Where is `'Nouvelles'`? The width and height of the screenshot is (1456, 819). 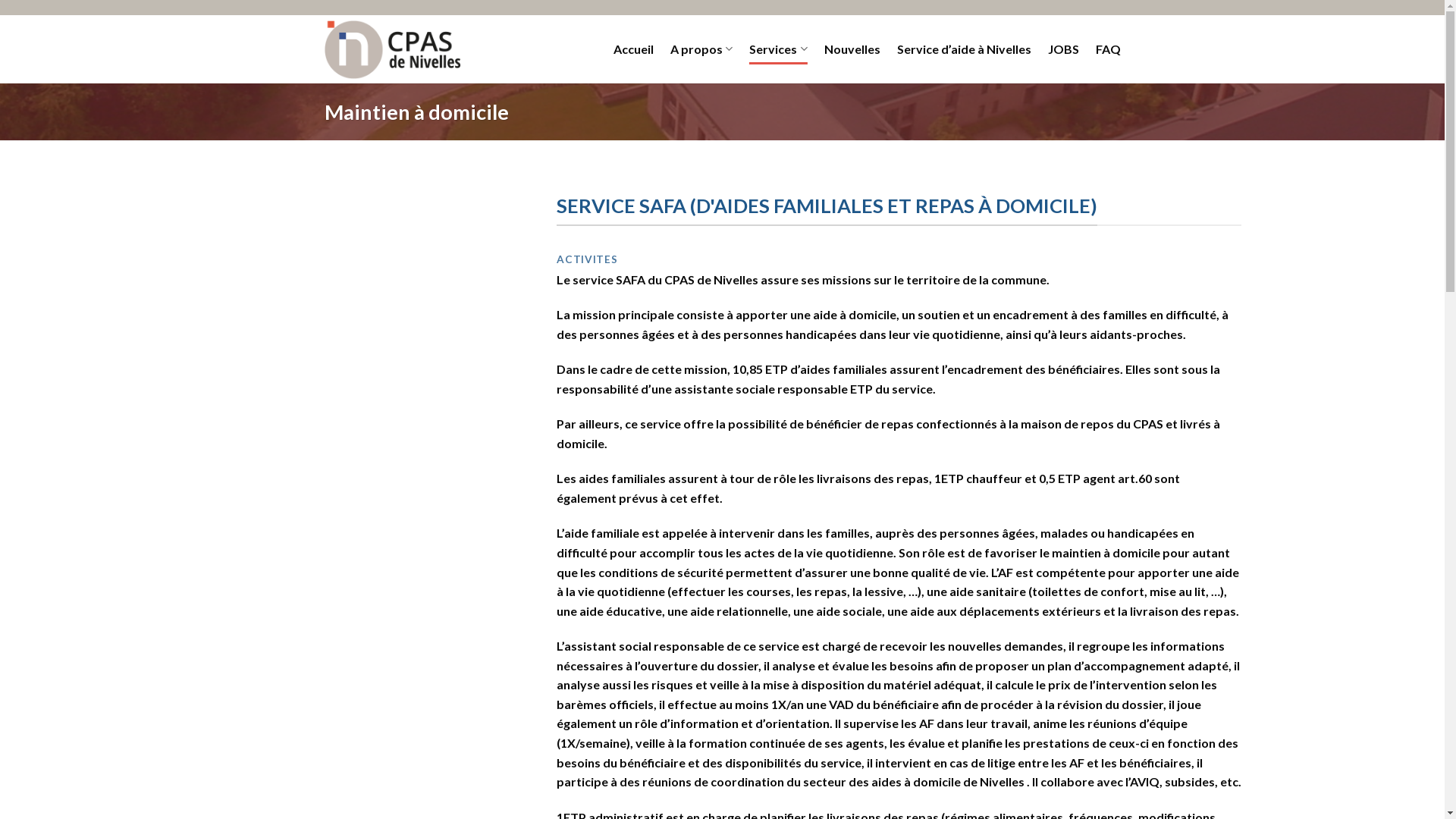 'Nouvelles' is located at coordinates (852, 49).